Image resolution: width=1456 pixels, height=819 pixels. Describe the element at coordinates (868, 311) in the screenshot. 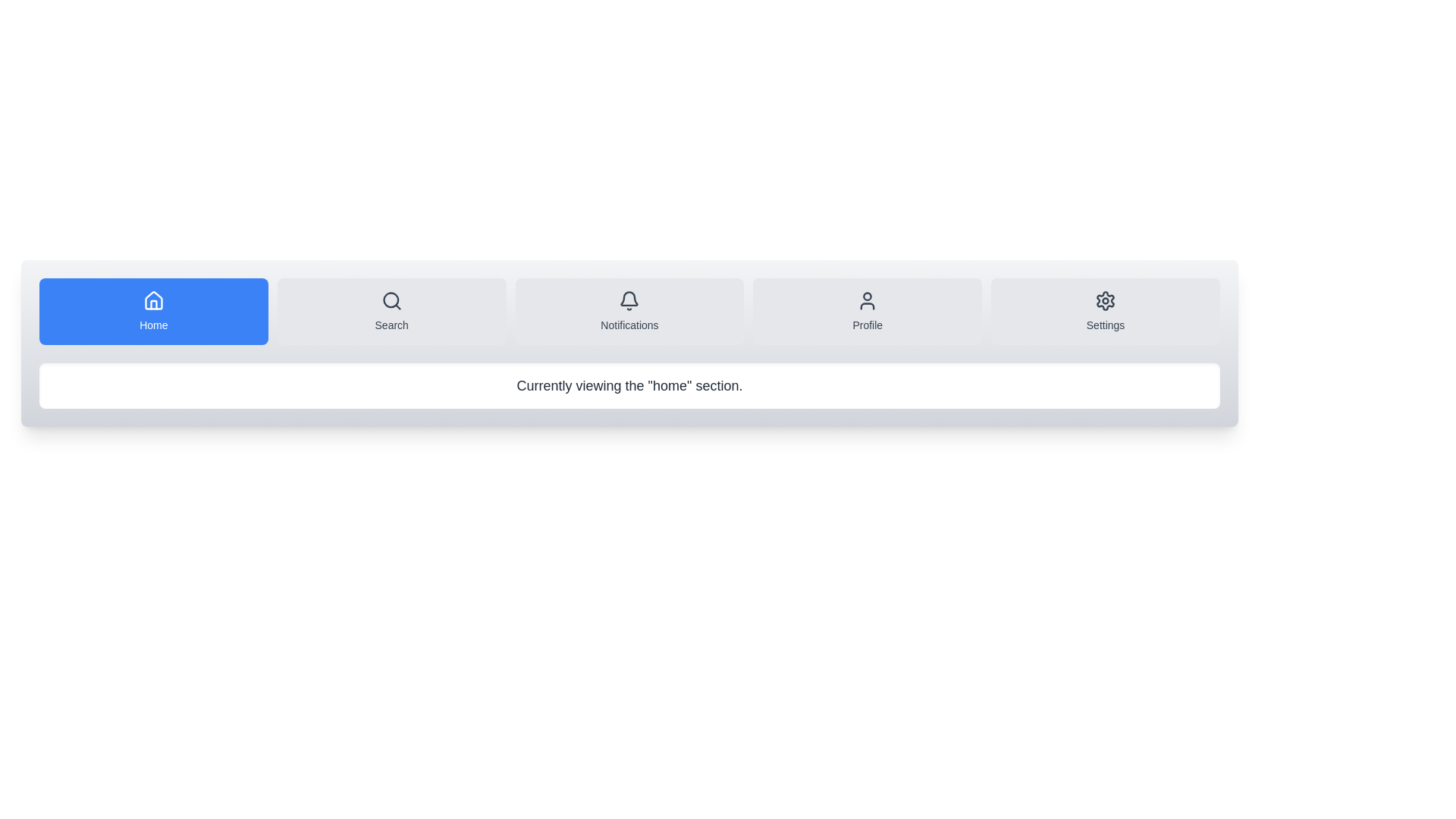

I see `the 'Profile' button in the navigation bar` at that location.